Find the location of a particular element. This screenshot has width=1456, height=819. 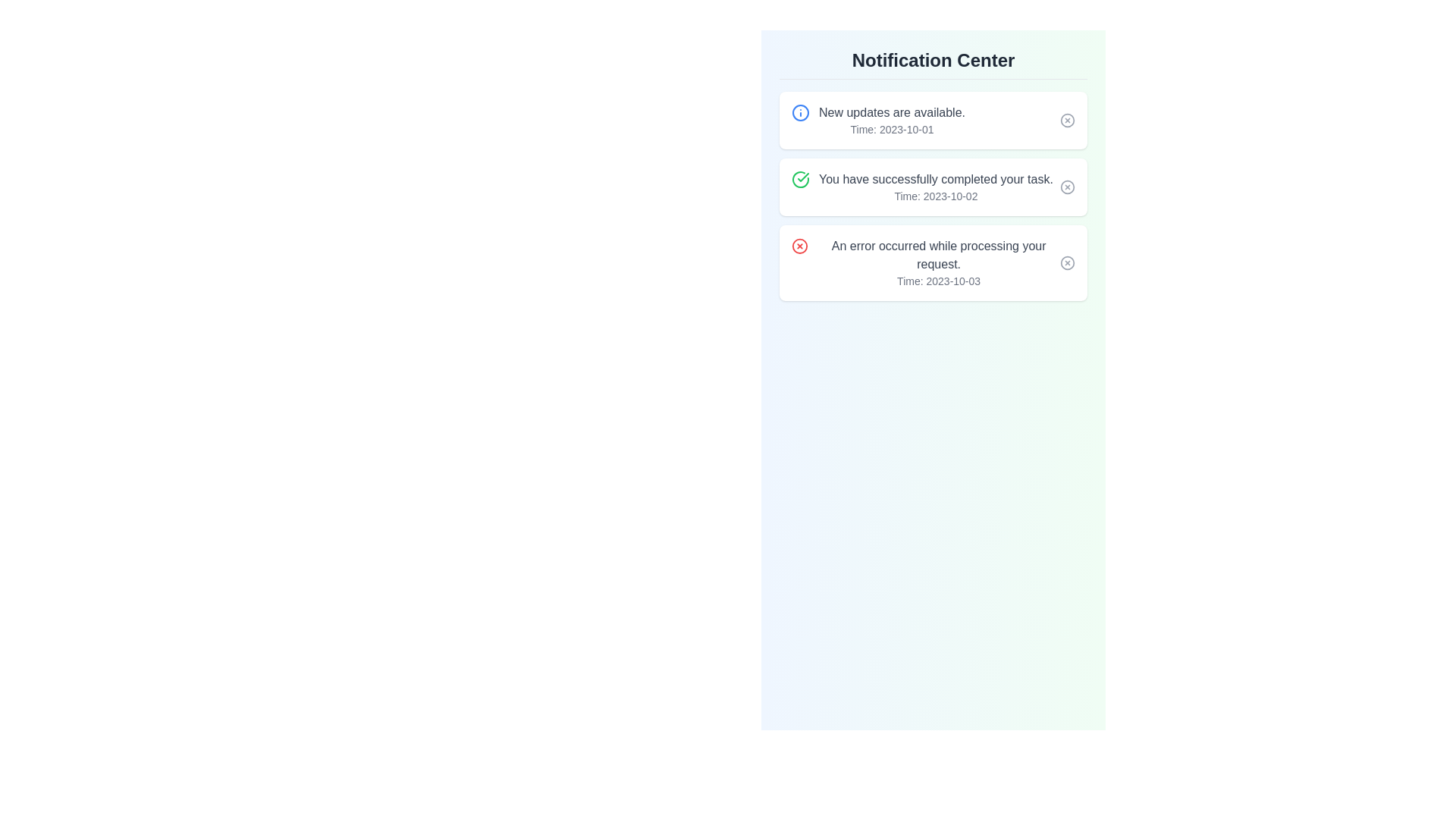

success message from the second notification card in the notification panel, which indicates a successful task completion and includes a timestamp is located at coordinates (932, 186).